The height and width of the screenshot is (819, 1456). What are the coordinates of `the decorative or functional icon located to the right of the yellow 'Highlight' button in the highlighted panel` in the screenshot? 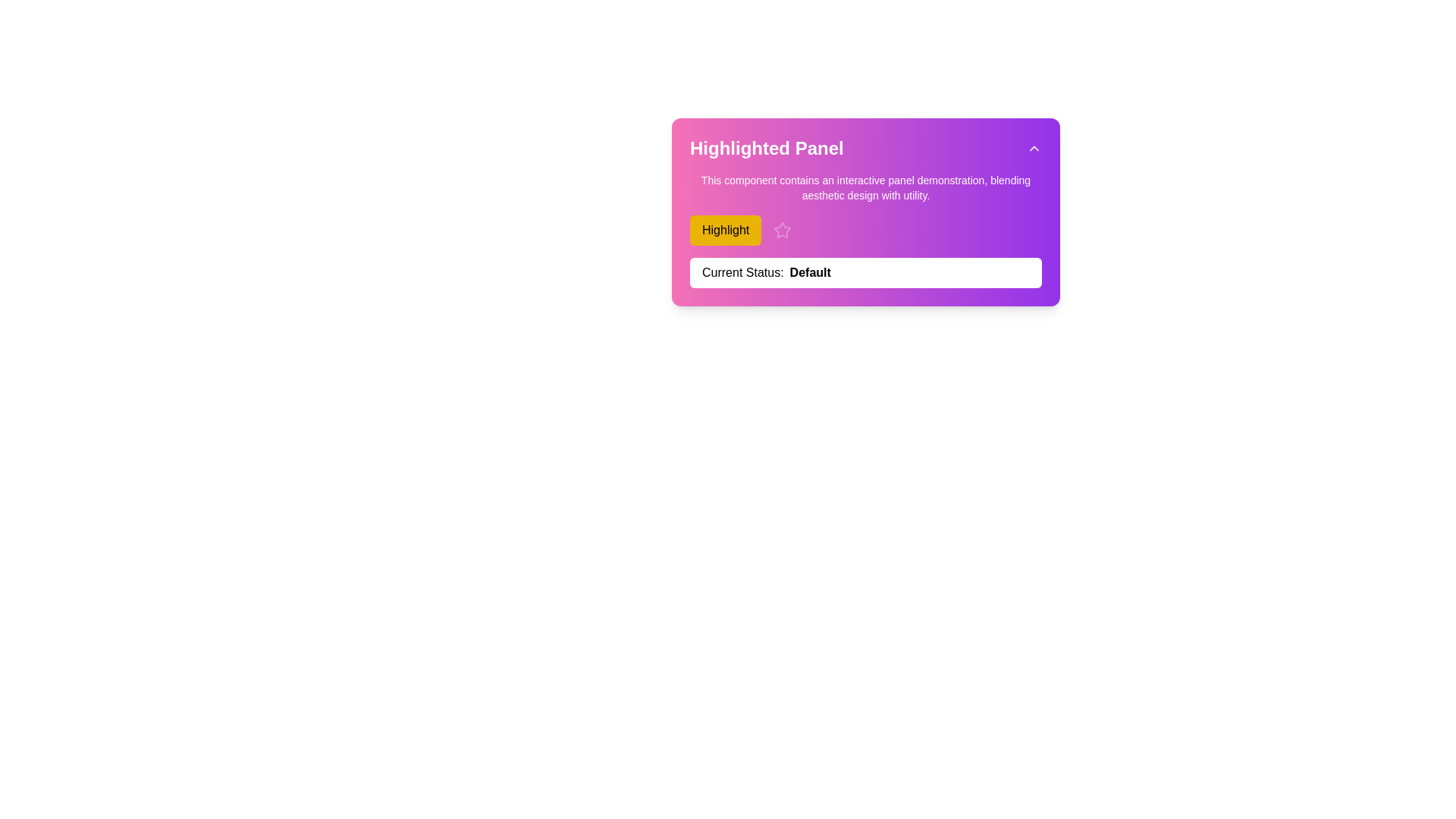 It's located at (783, 230).